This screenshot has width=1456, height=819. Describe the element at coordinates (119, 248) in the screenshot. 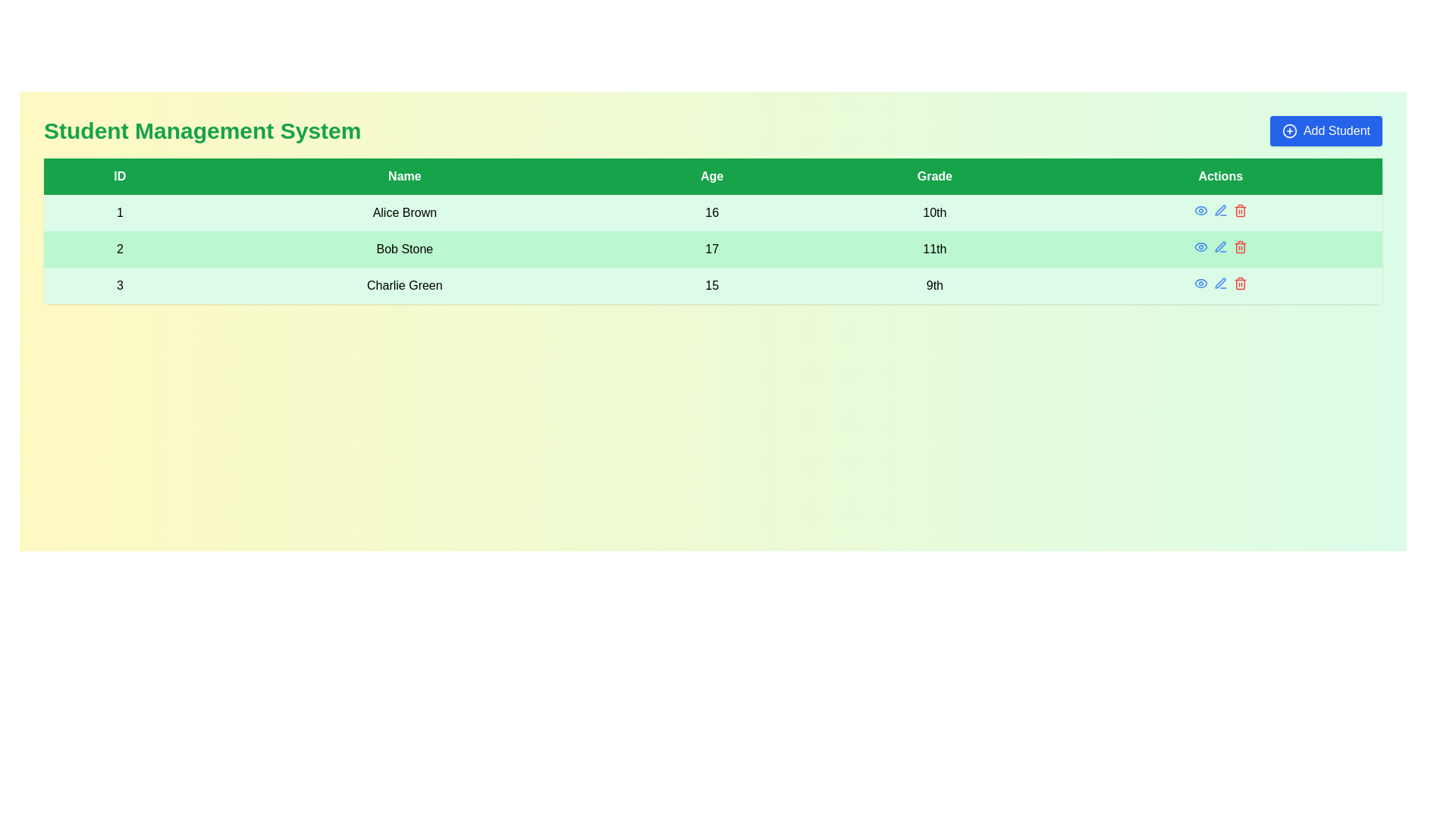

I see `the bold, black numeric value in the leftmost cell of the second row of the table under the 'ID' header, which is part of a student management system interface` at that location.